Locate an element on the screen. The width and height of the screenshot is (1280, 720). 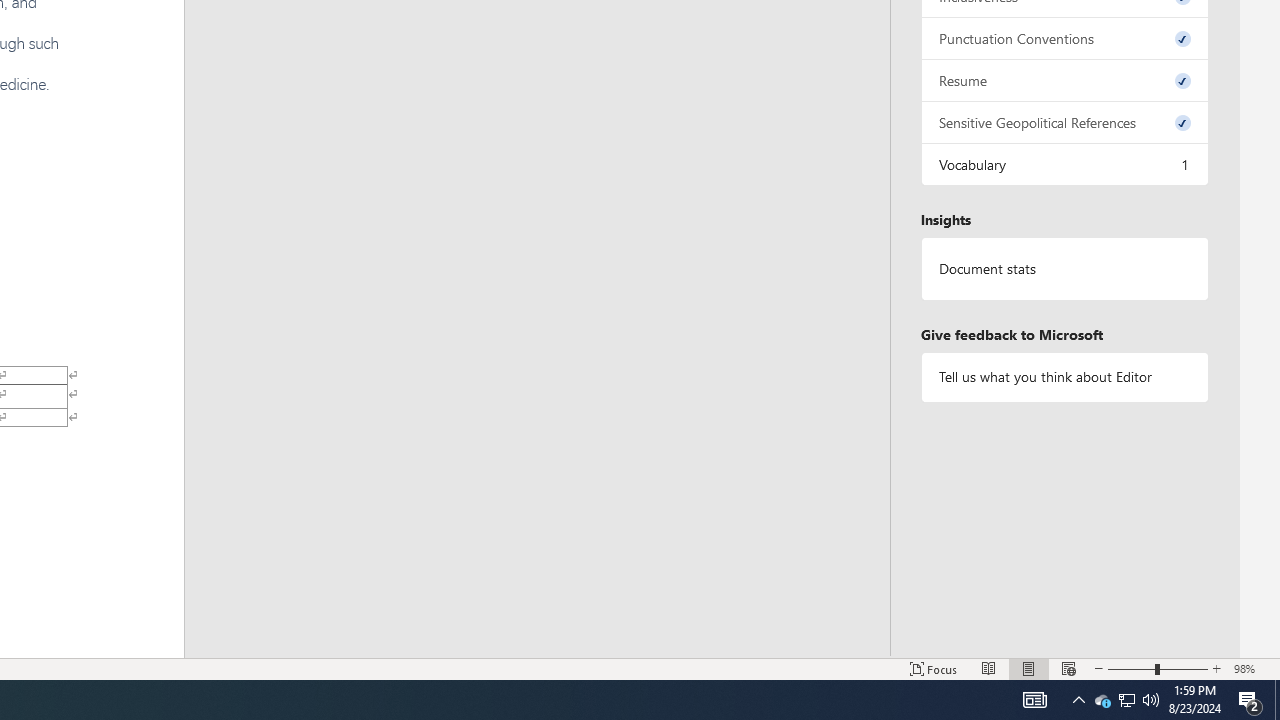
'Zoom Out' is located at coordinates (1131, 669).